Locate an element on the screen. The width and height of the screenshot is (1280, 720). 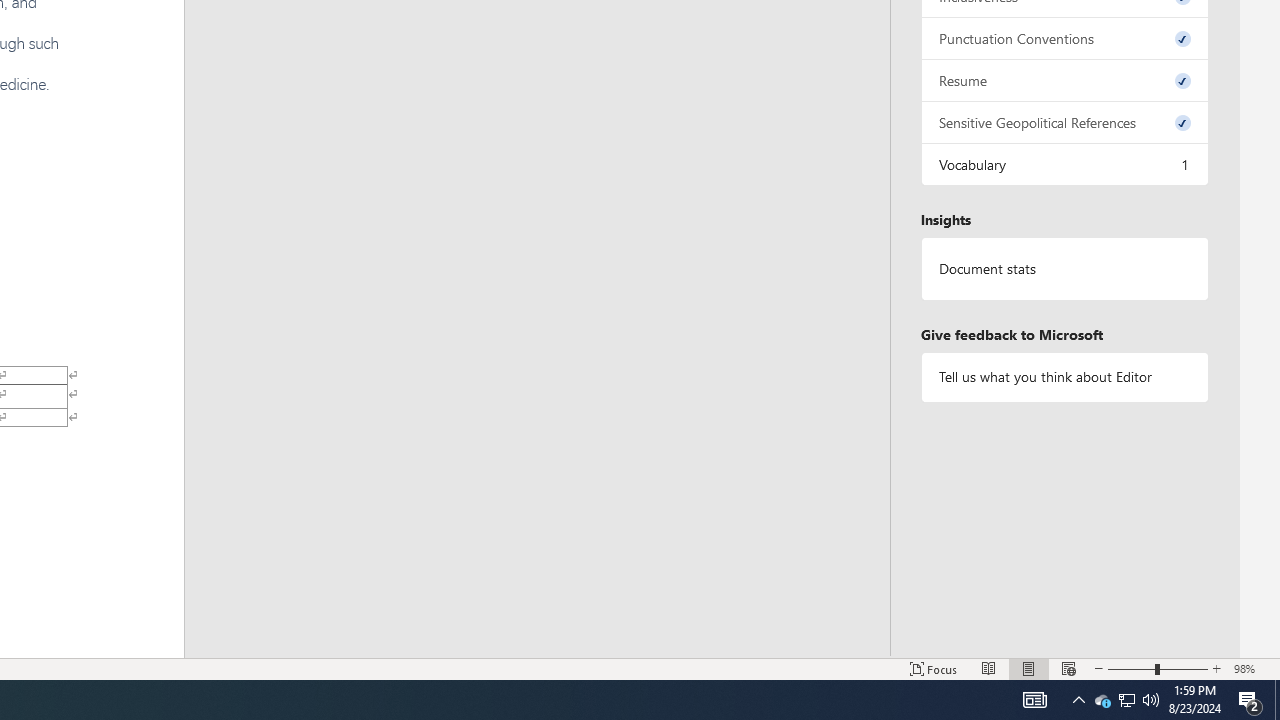
'Zoom Out' is located at coordinates (1131, 669).